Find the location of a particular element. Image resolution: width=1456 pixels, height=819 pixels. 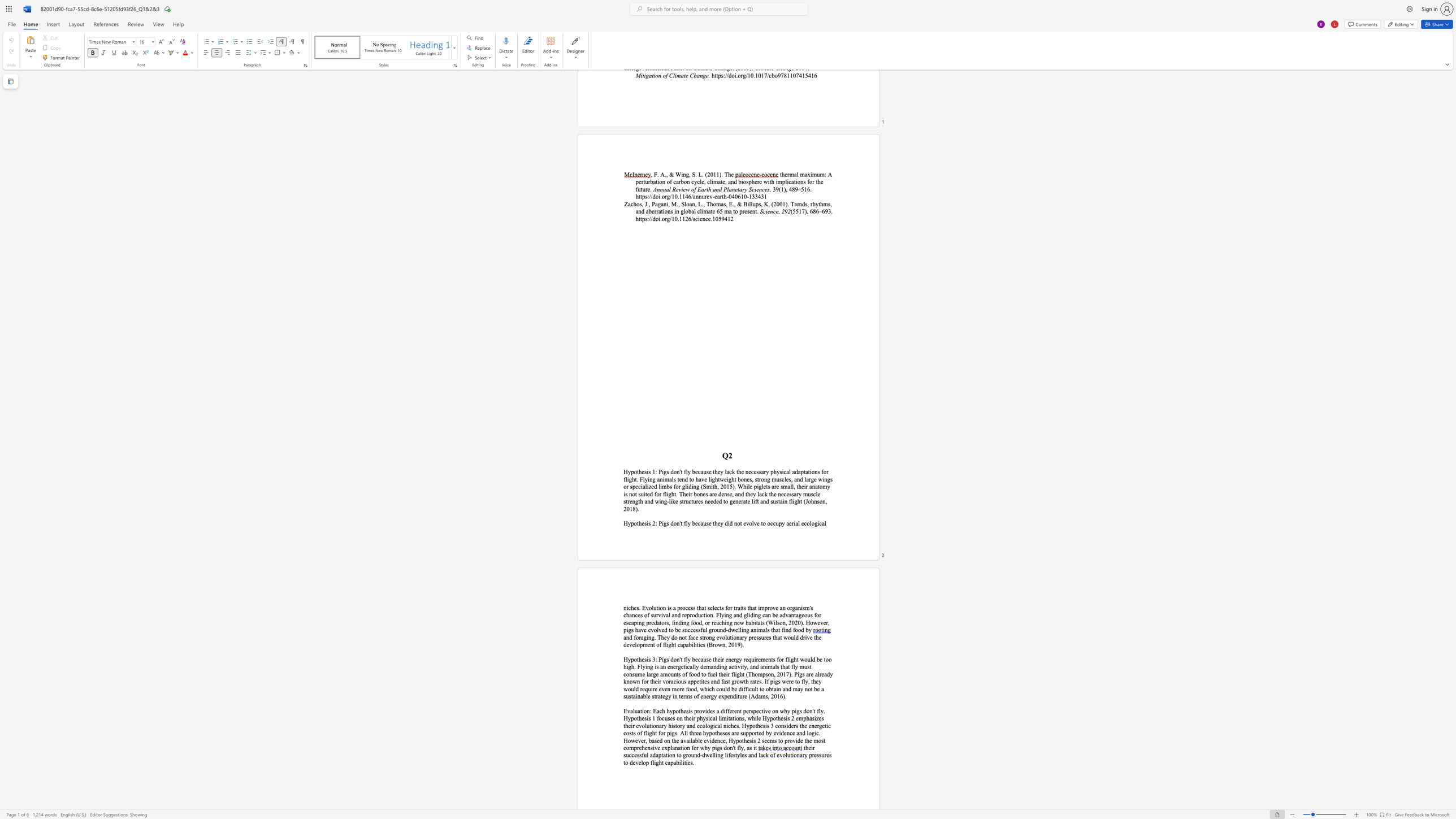

the subset text "sis 3 considers the energetic costs of flig" within the text "thesis 2 emphasizes their evolutionary history and ecological niches. Hypothesis 3 considers the energetic costs of flight for pigs. All three hypotheses are supported by evidence and logic. However, based on the available evidence, Hypothesis 2" is located at coordinates (762, 725).